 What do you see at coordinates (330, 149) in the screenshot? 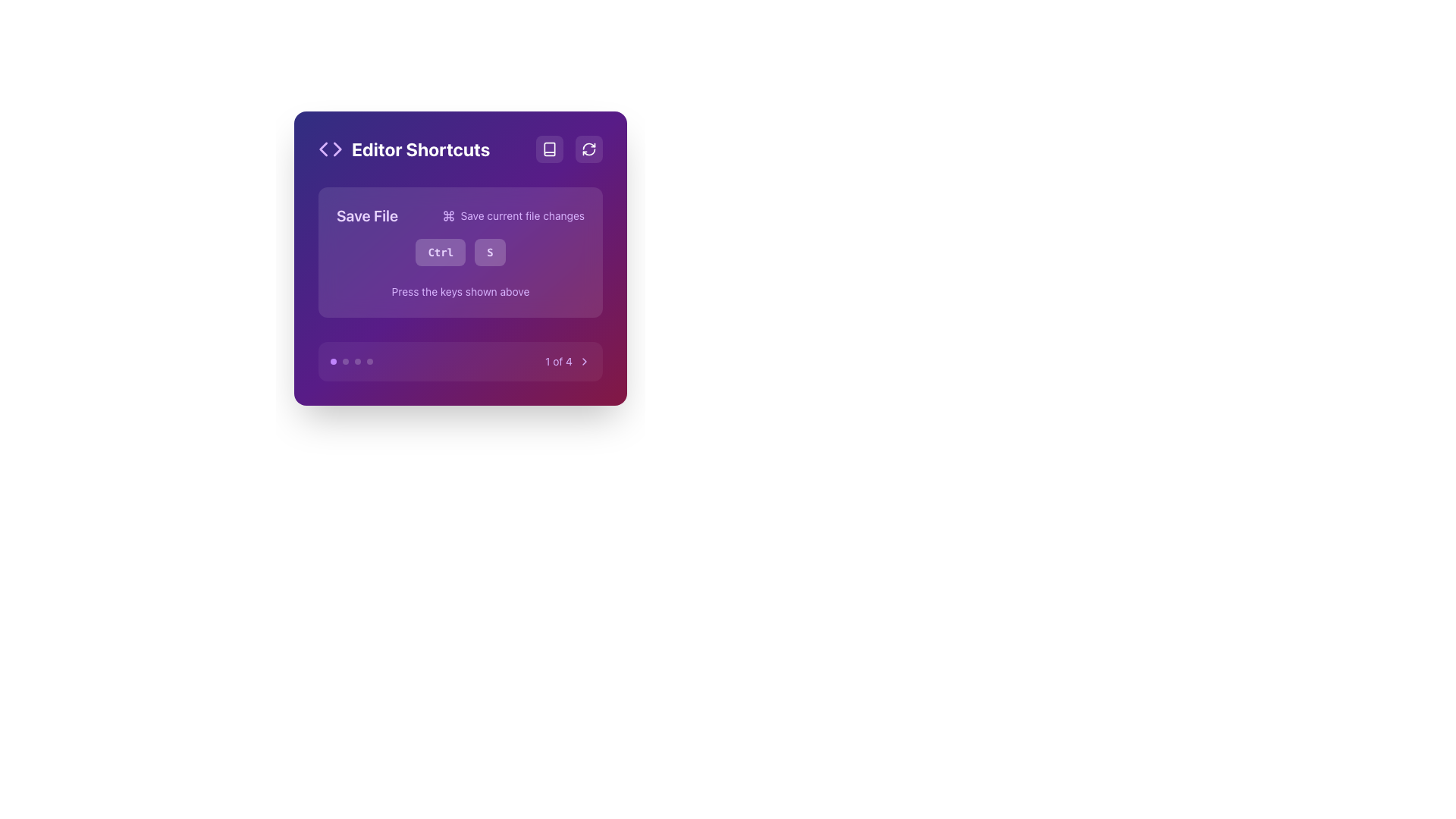
I see `the Decorative icon in the header section labeled 'Editor Shortcuts', which visually represents the coding or editing feature` at bounding box center [330, 149].